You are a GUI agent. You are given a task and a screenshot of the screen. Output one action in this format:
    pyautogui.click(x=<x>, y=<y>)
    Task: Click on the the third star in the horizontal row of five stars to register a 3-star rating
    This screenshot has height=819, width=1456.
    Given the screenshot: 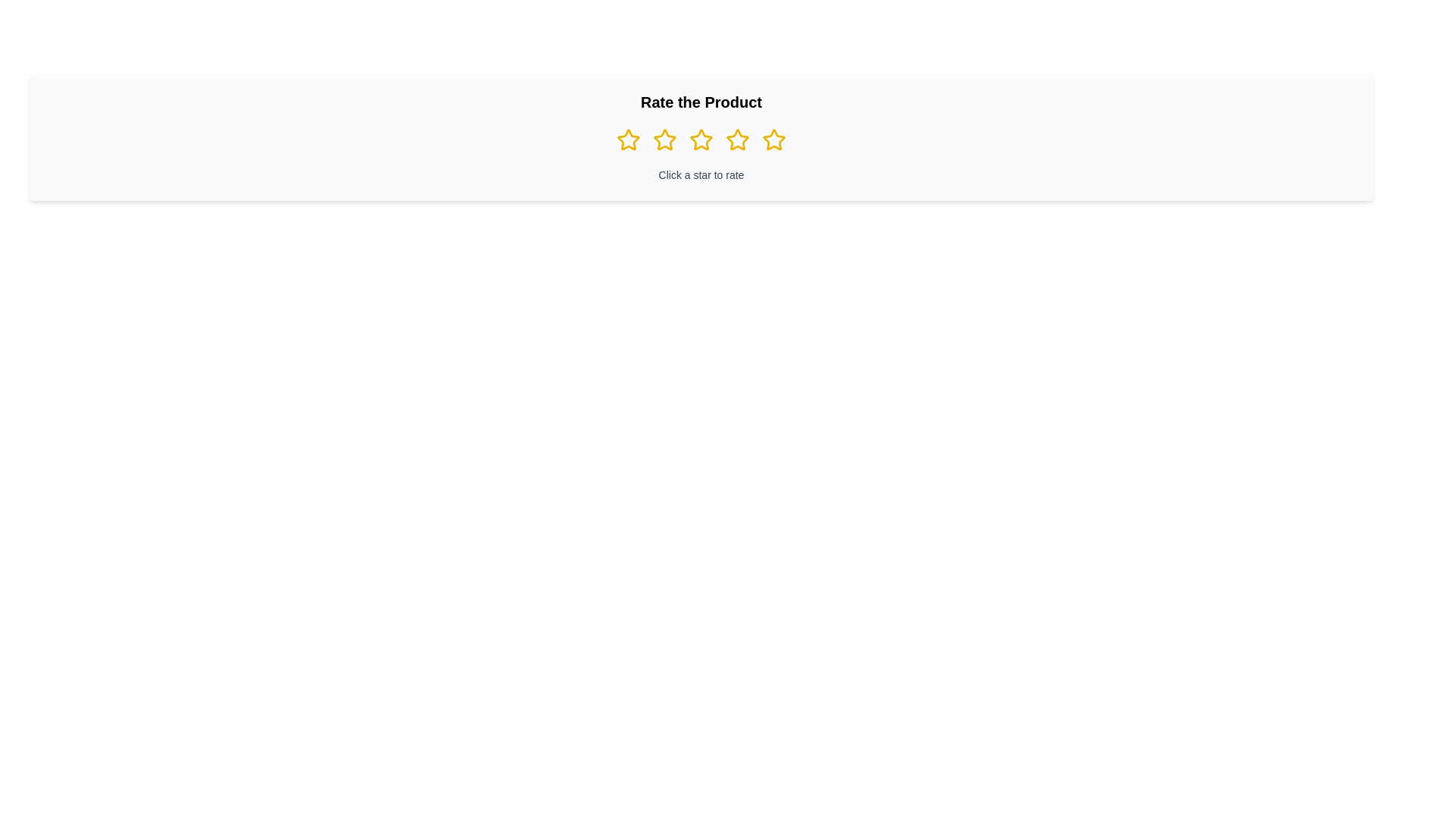 What is the action you would take?
    pyautogui.click(x=701, y=140)
    